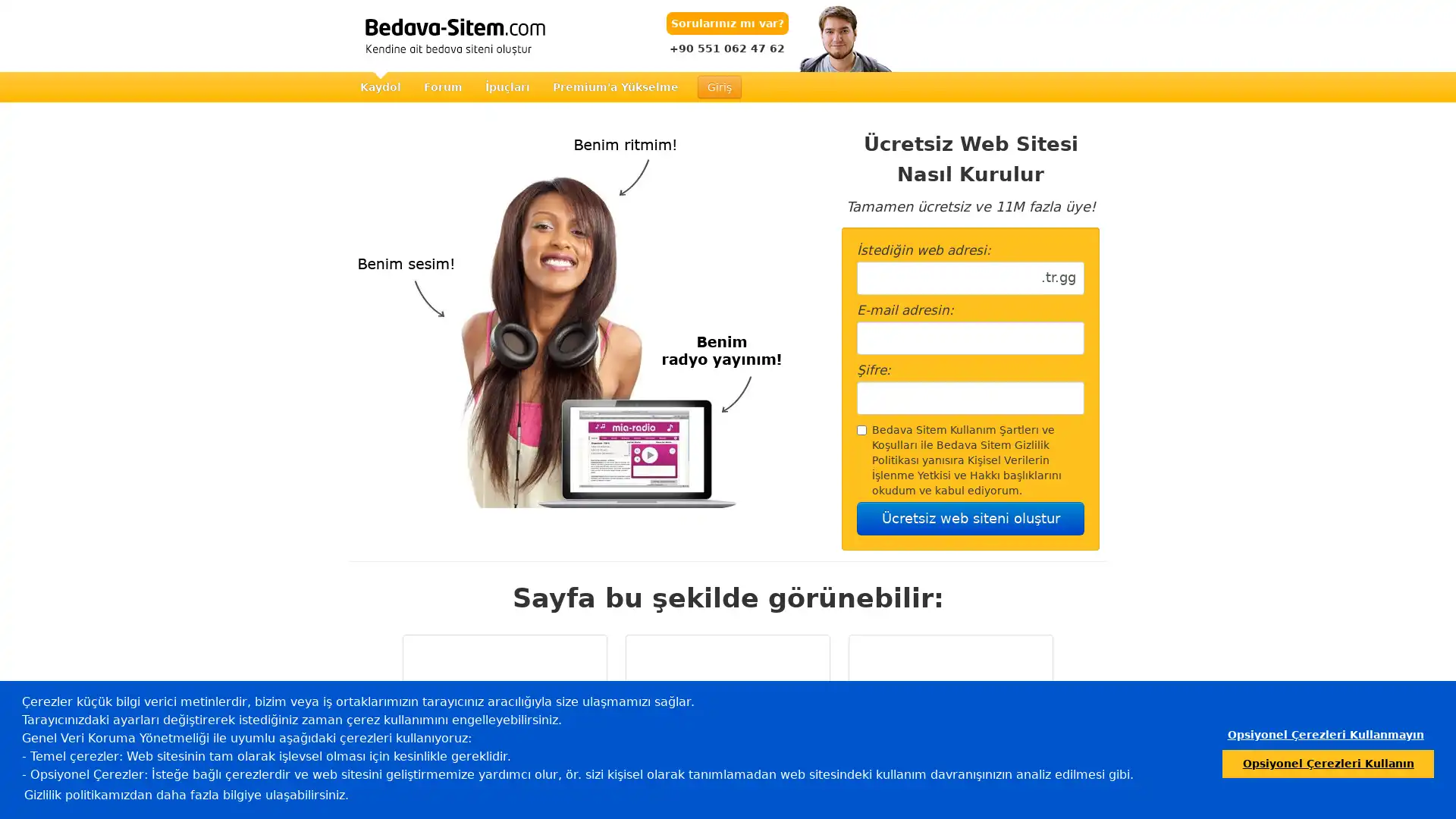 The width and height of the screenshot is (1456, 819). I want to click on Ucretsiz web siteni olustur, so click(971, 517).